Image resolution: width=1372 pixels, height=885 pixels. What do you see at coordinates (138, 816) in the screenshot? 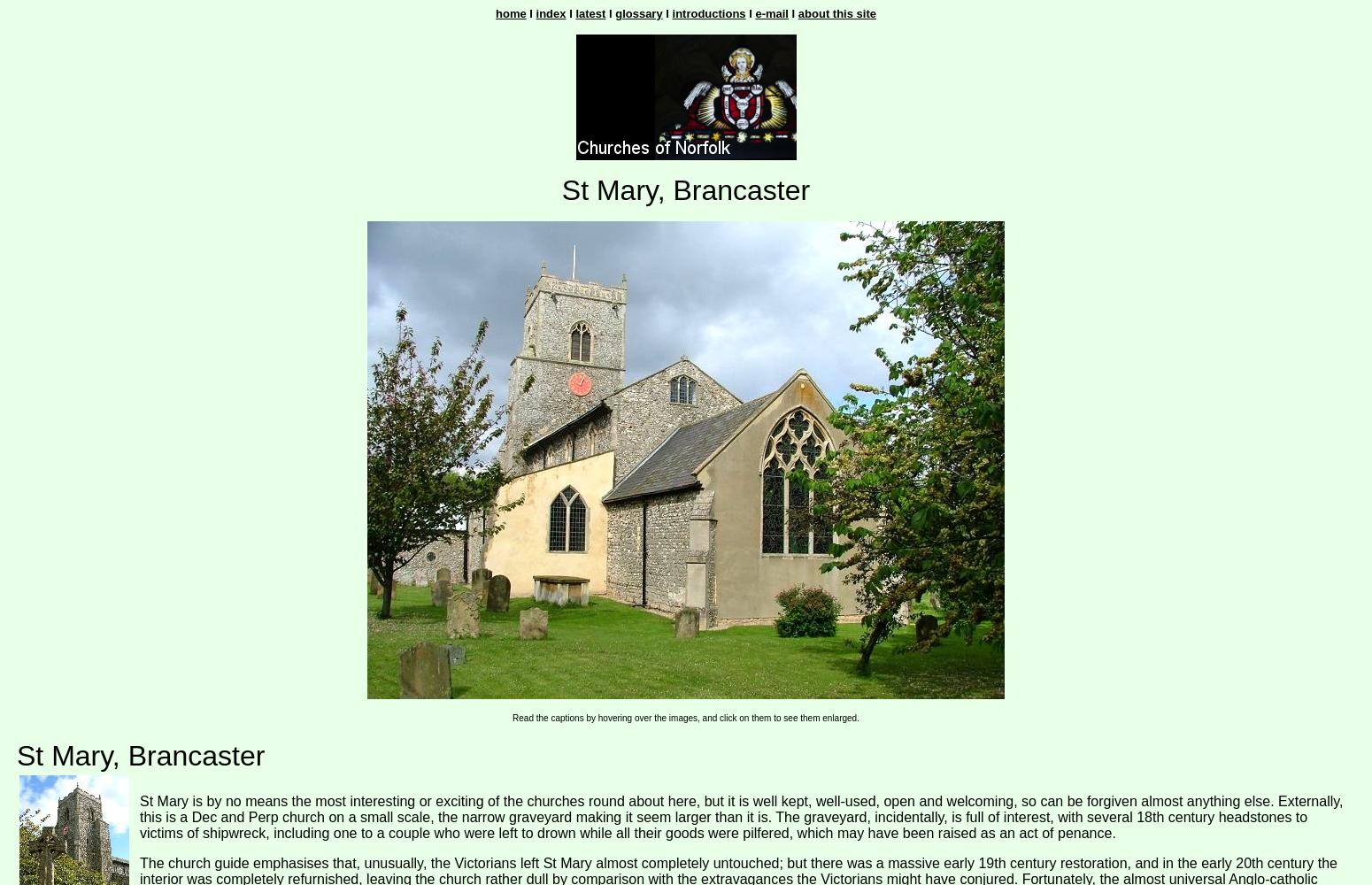
I see `'St
                Mary is by no means the most interesting or
                exciting of the churches round about here, but it
                is well kept, well-used, open and welcoming, so
                can be forgiven almost anything else. Externally,
                this is a Dec and Perp church on a small scale,
                the narrow graveyard making it seem larger than
                it is. The graveyard, incidentally, is full of
                interest, with several 18th century headstones to
                victims of shipwreck, including one to a couple
                who were left to drown while all their goods were
                pilfered, which may have been raised as an act of
                penance.'` at bounding box center [138, 816].